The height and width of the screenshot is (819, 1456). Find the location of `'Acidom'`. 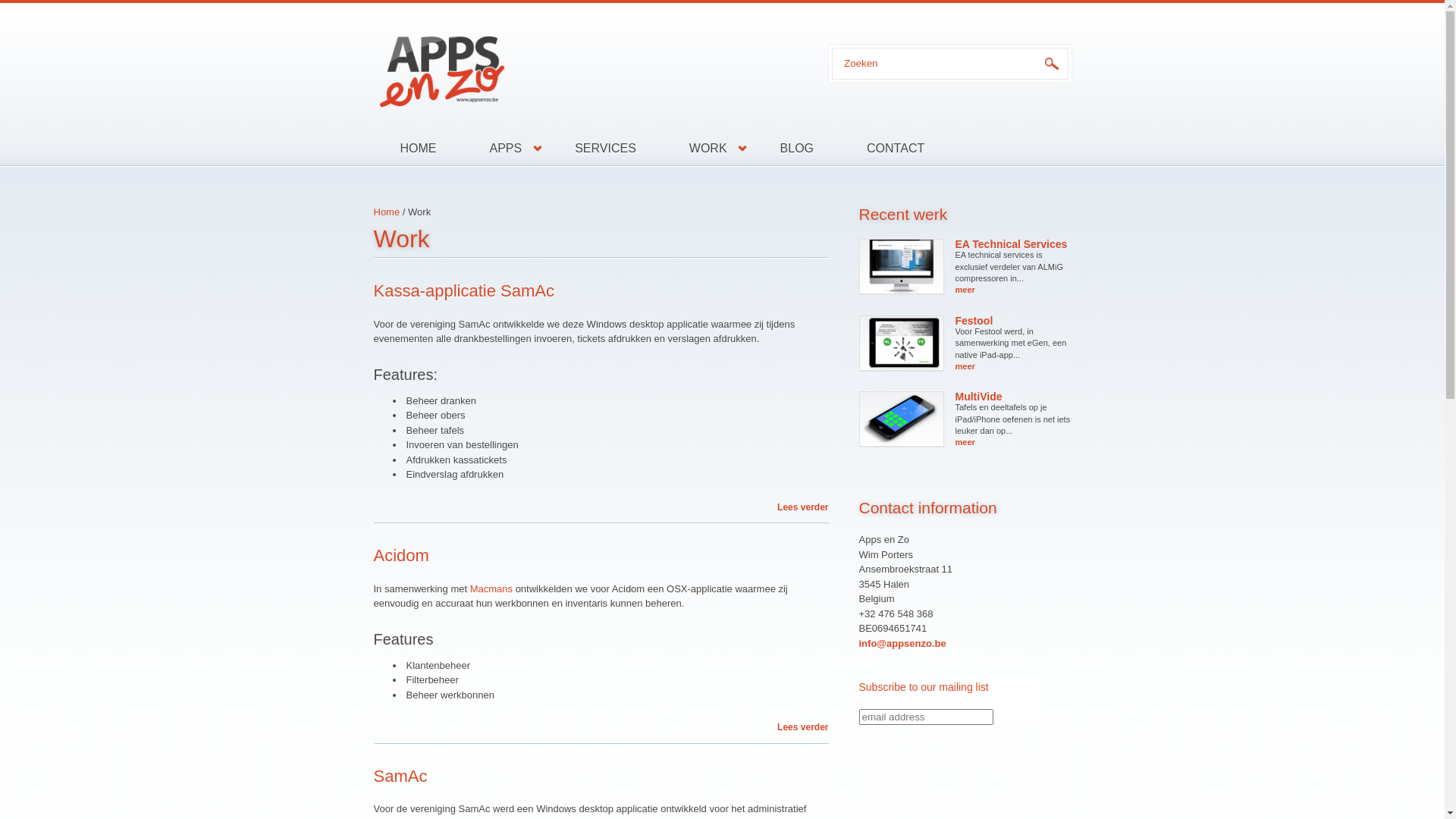

'Acidom' is located at coordinates (372, 555).